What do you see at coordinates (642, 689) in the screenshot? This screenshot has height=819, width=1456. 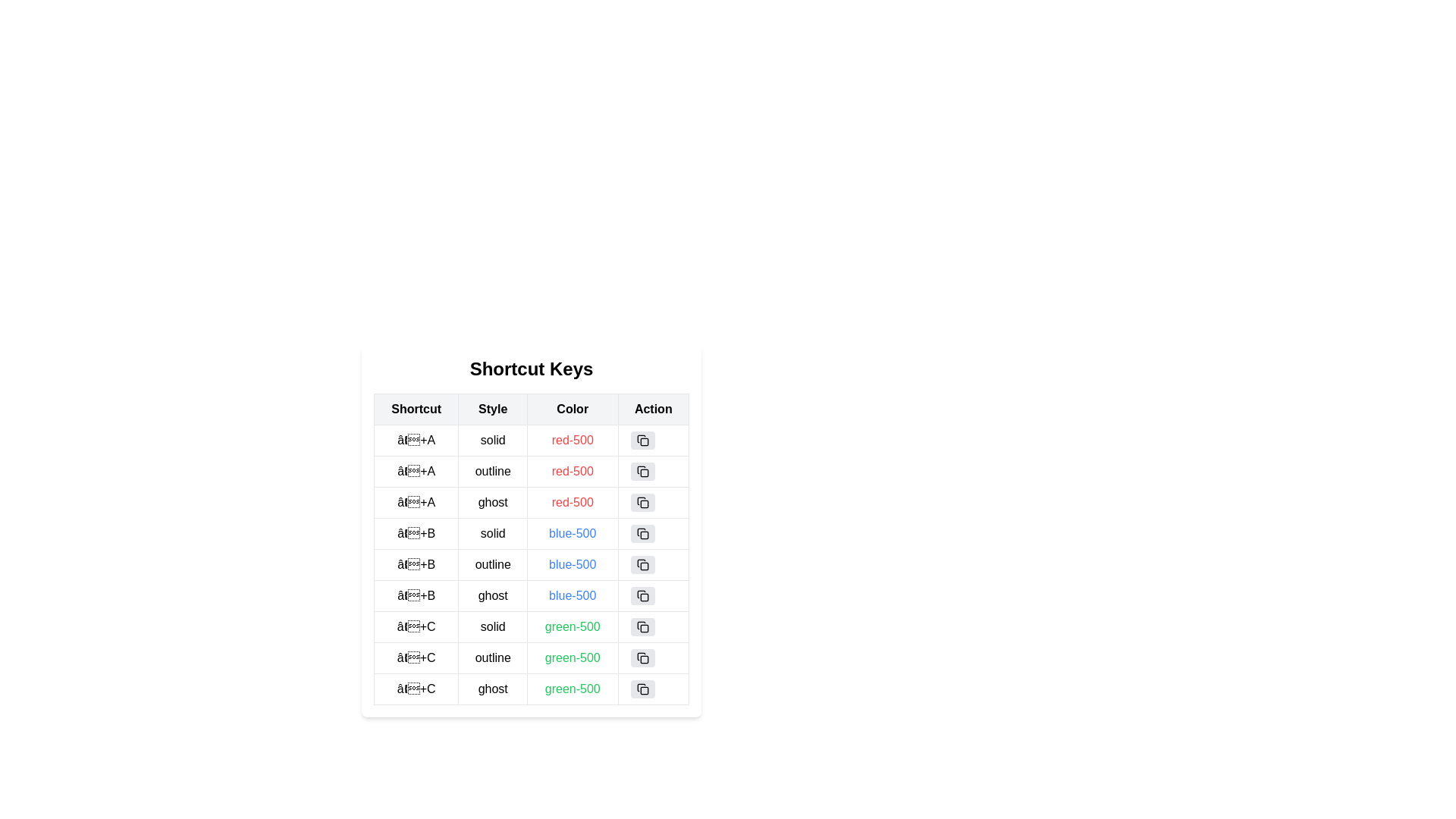 I see `the button with a light gray background and a dark overlapping papers icon located at the bottom-right corner of the last row in the 'Action' column of the table to copy the information` at bounding box center [642, 689].